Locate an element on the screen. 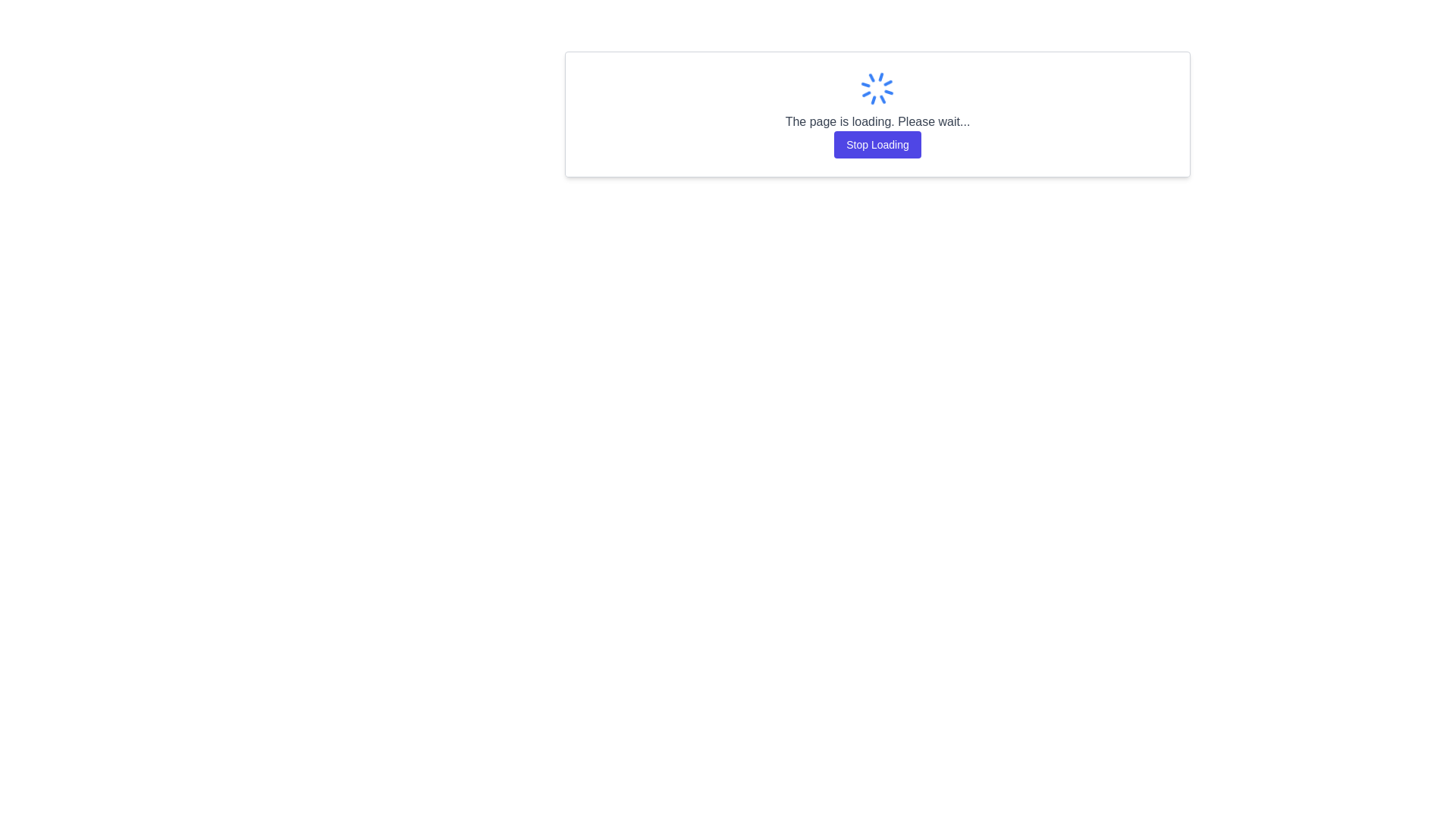 This screenshot has width=1456, height=819. the 'Stop Loading' button, which has white text on a blue background and is located beneath the loading spinner and the text 'The page is loading. Please wait...' is located at coordinates (877, 145).